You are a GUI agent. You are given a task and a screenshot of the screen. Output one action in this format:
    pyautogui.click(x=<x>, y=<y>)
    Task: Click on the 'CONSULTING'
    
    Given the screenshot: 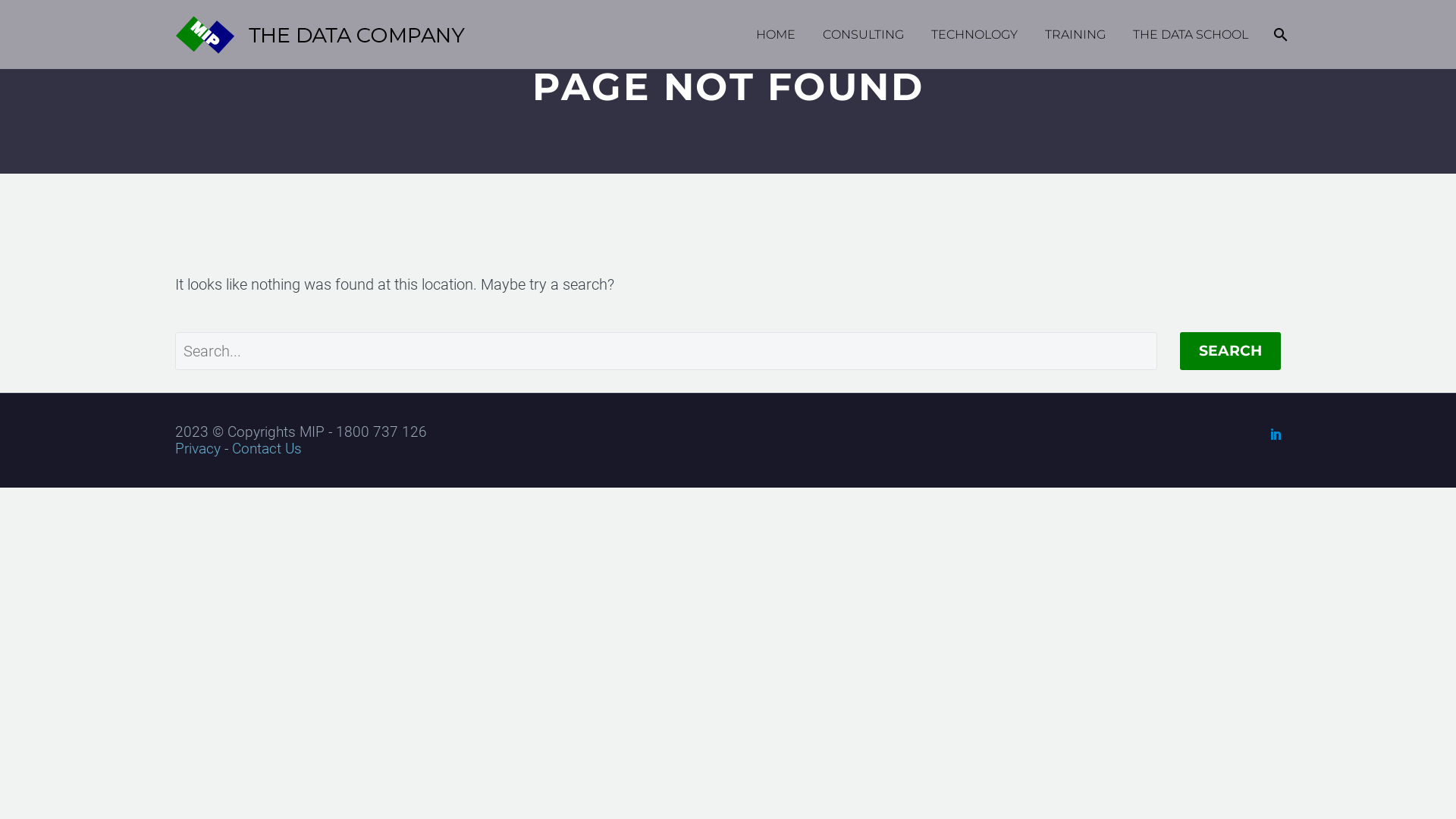 What is the action you would take?
    pyautogui.click(x=863, y=34)
    